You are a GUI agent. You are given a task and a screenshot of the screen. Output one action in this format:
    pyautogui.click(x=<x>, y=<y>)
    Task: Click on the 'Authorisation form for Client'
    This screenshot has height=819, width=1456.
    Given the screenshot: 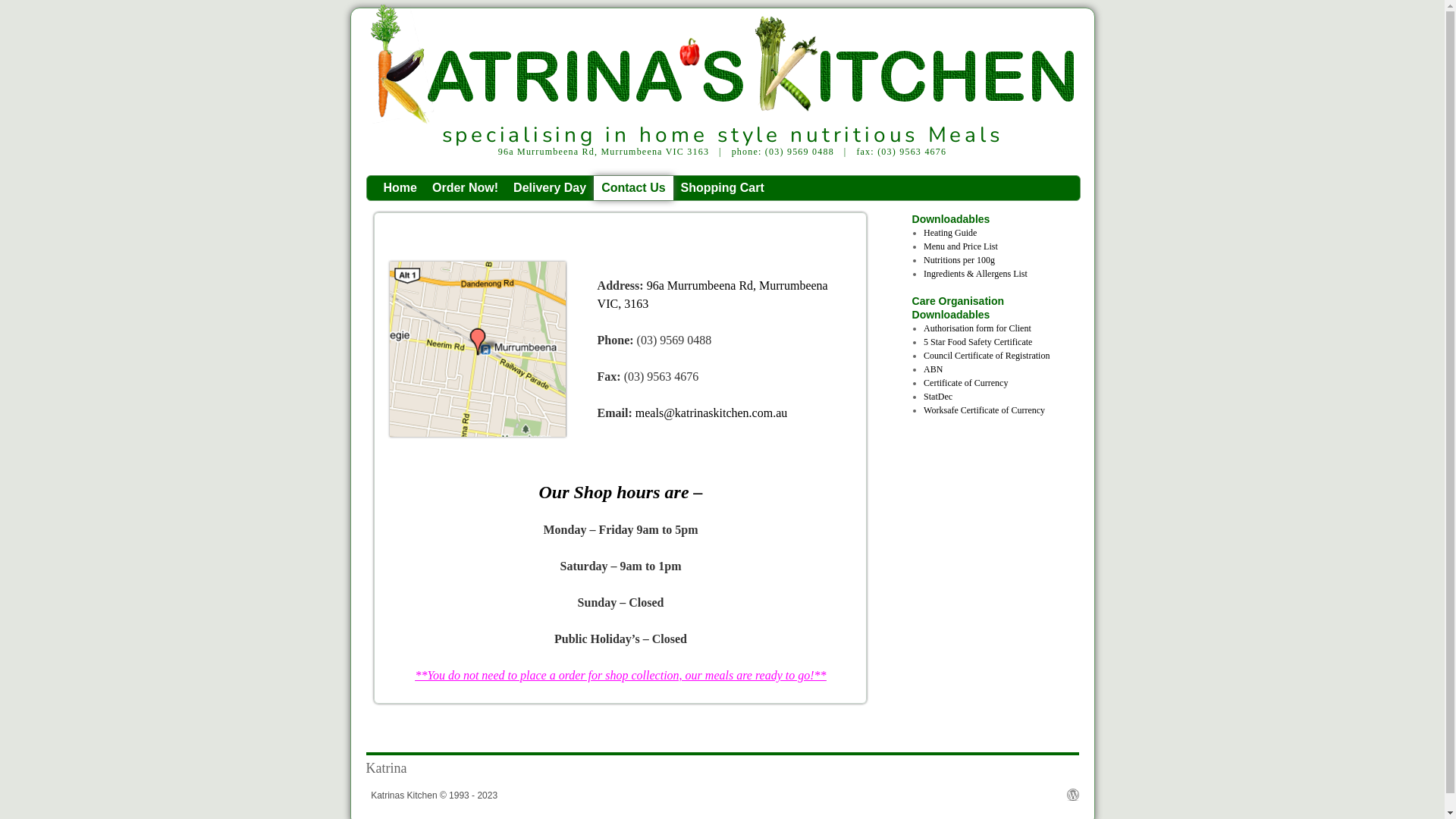 What is the action you would take?
    pyautogui.click(x=977, y=327)
    